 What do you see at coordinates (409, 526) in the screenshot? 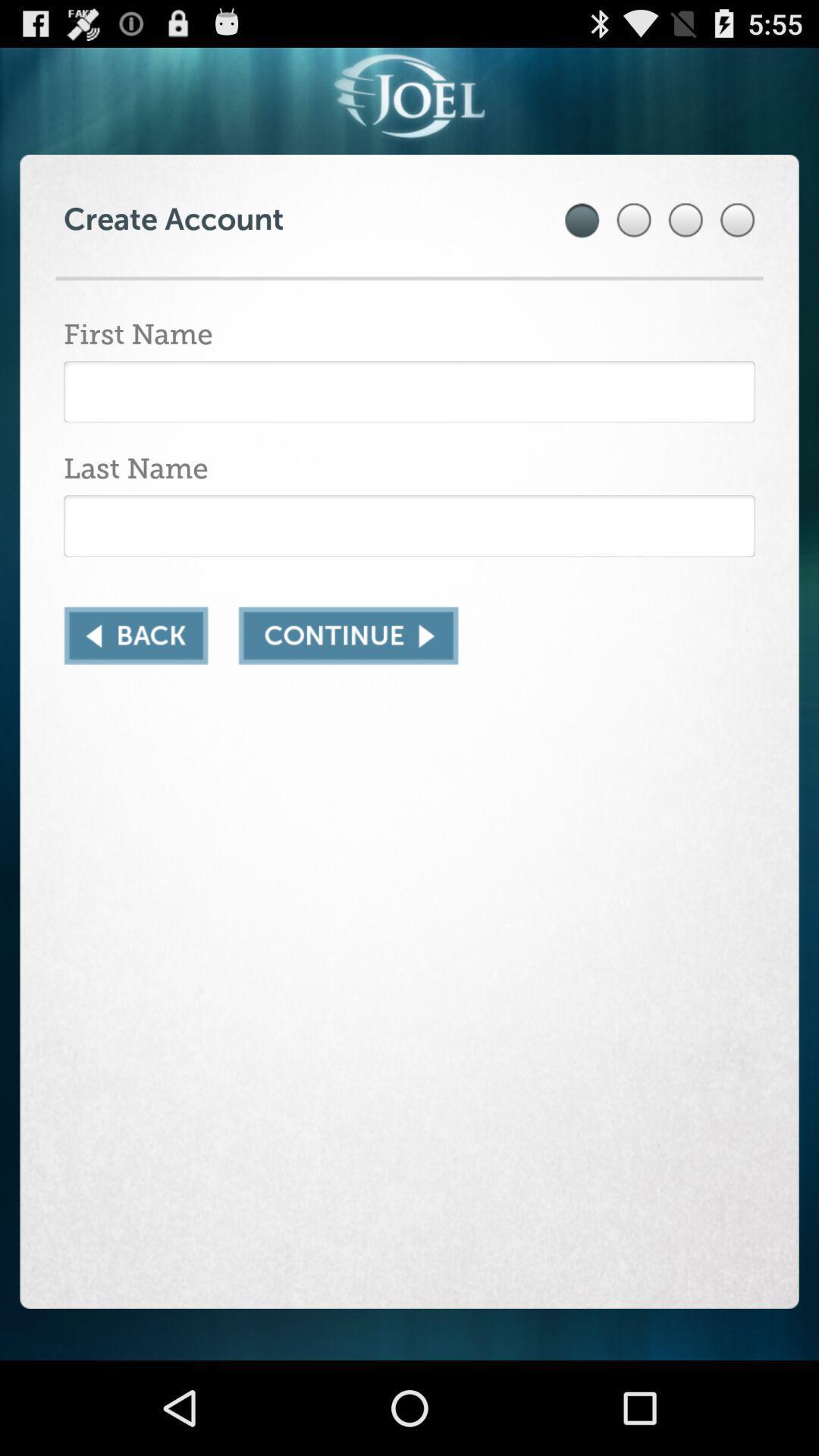
I see `last name` at bounding box center [409, 526].